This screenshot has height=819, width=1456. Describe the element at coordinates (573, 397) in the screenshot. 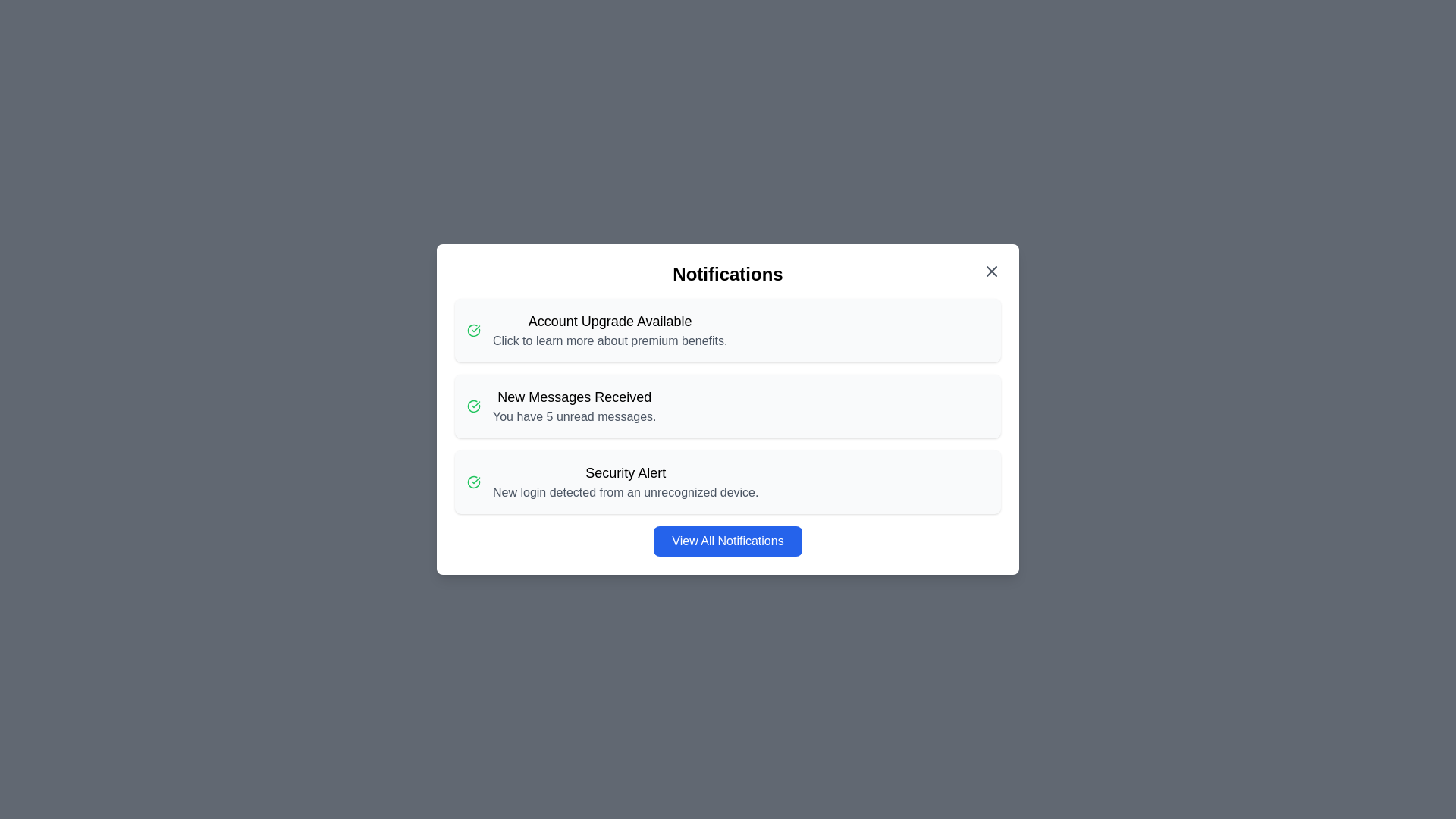

I see `the text label displaying 'New Messages Received', which is centrally aligned and bold, located above the text 'You have 5 unread messages'` at that location.